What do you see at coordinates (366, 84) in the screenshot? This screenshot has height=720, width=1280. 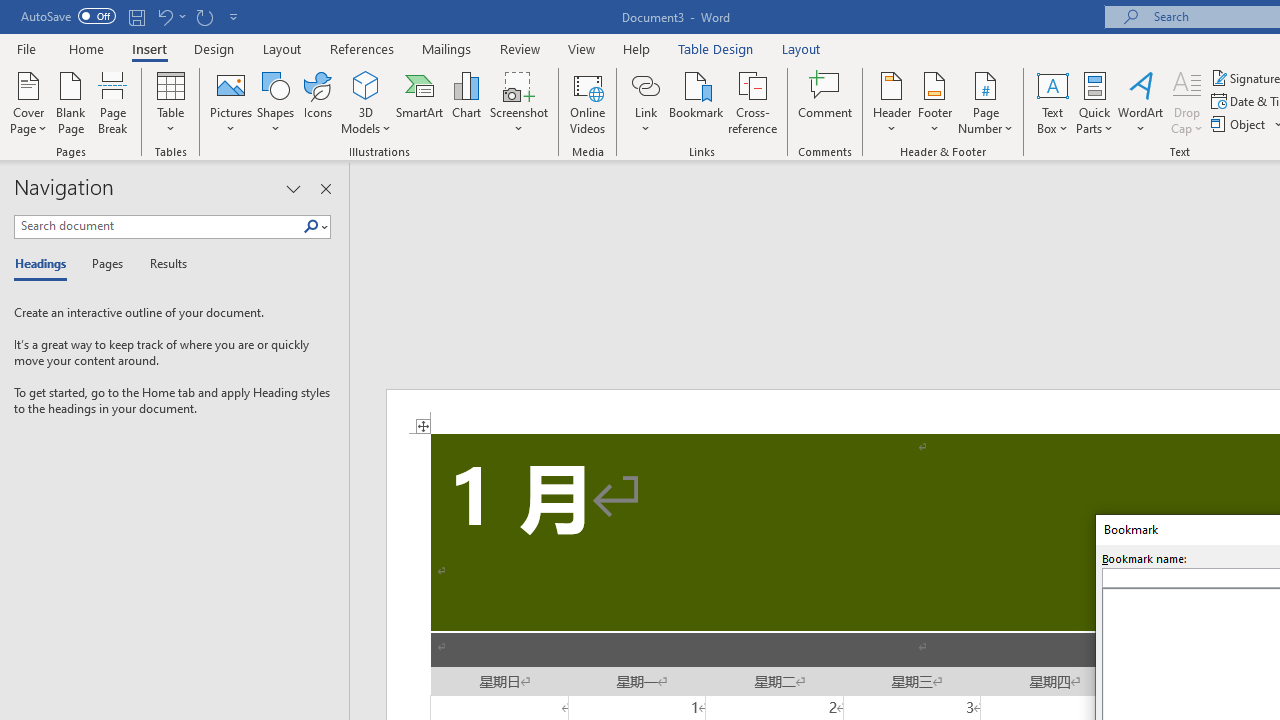 I see `'3D Models'` at bounding box center [366, 84].